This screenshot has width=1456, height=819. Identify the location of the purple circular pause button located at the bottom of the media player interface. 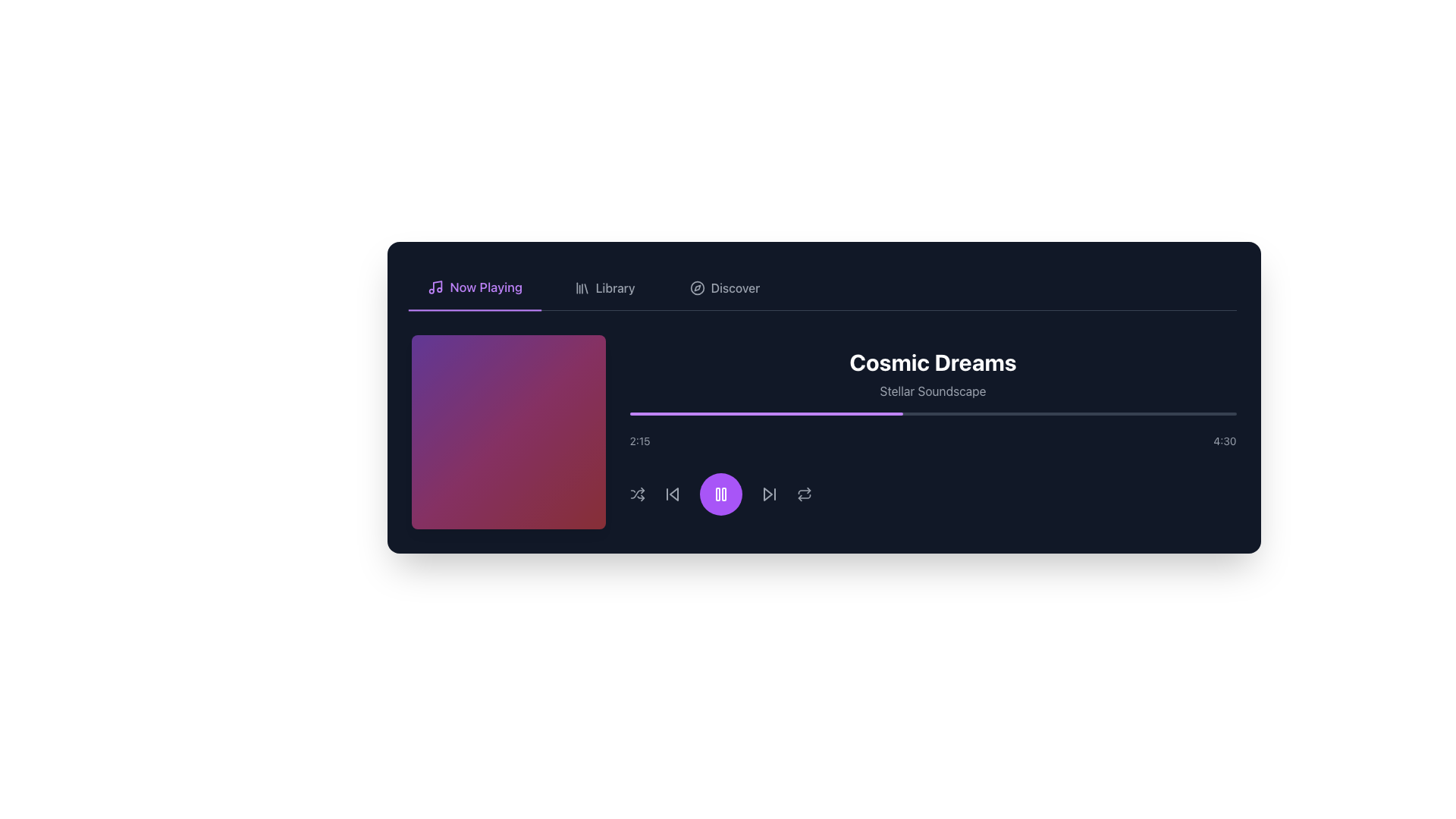
(720, 494).